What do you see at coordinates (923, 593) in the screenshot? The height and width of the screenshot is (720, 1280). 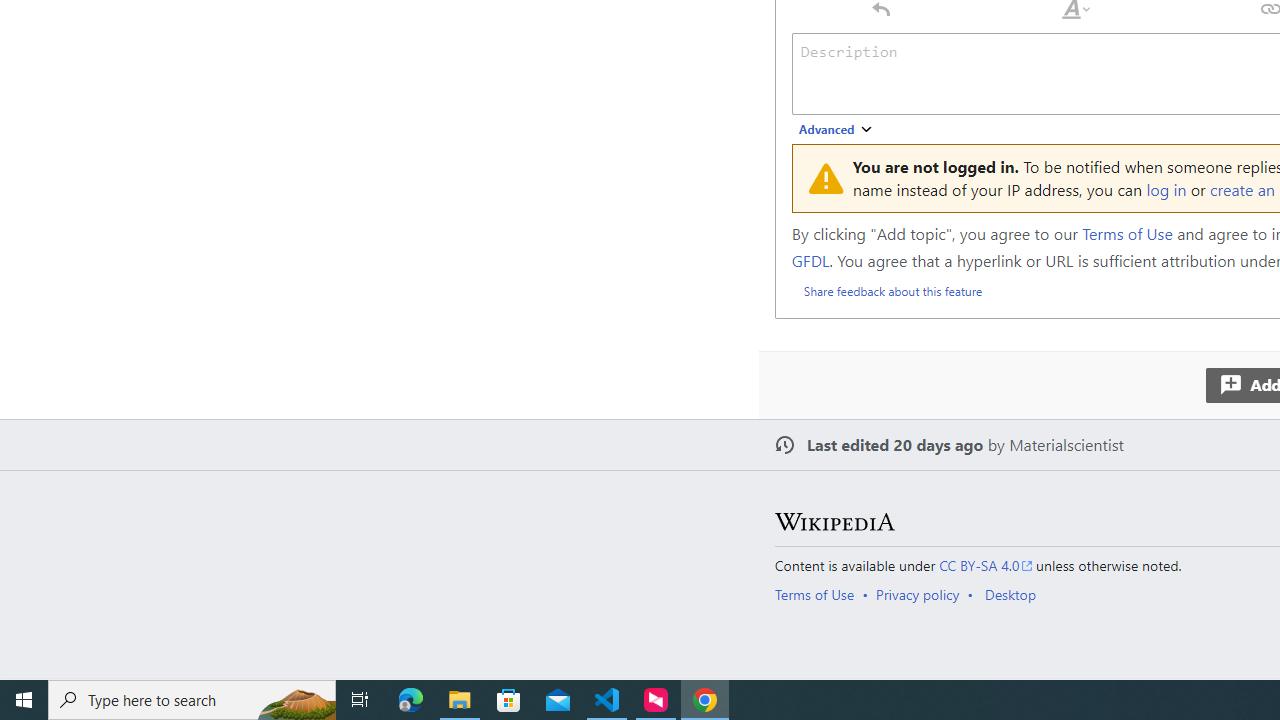 I see `'AutomationID: footer-places-privacy'` at bounding box center [923, 593].